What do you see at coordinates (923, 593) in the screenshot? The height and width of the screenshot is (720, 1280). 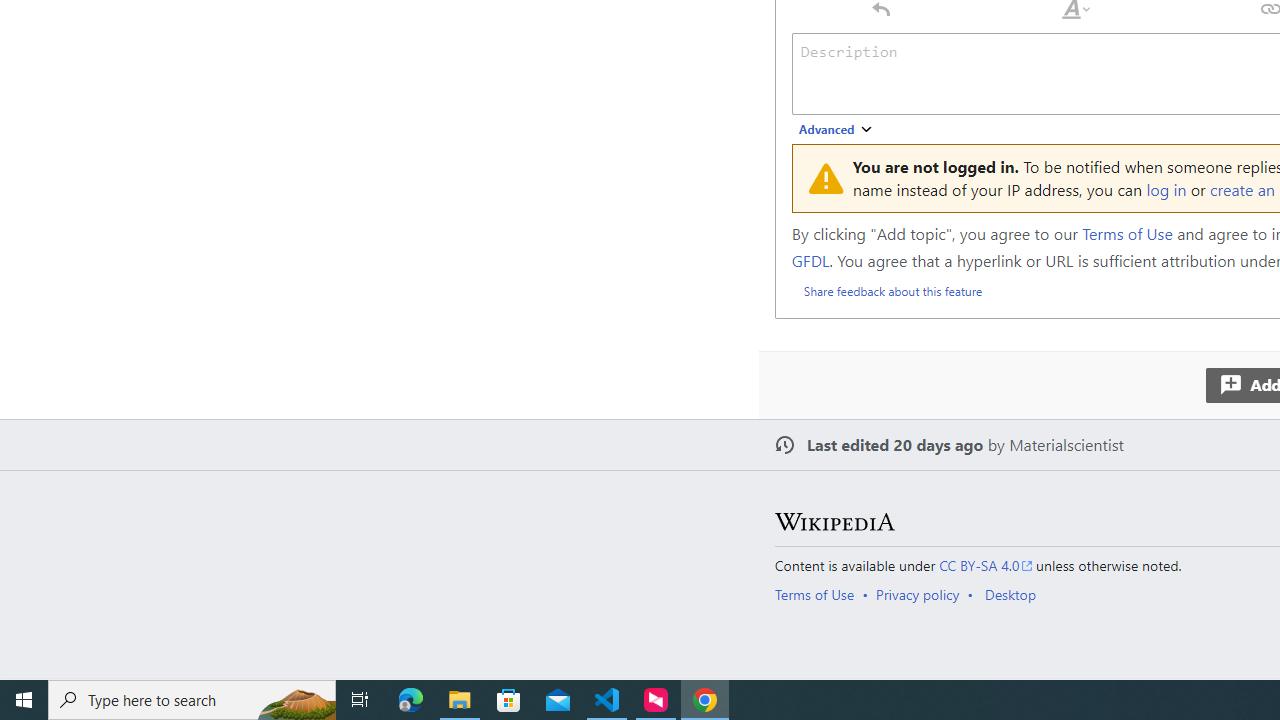 I see `'AutomationID: footer-places-privacy'` at bounding box center [923, 593].